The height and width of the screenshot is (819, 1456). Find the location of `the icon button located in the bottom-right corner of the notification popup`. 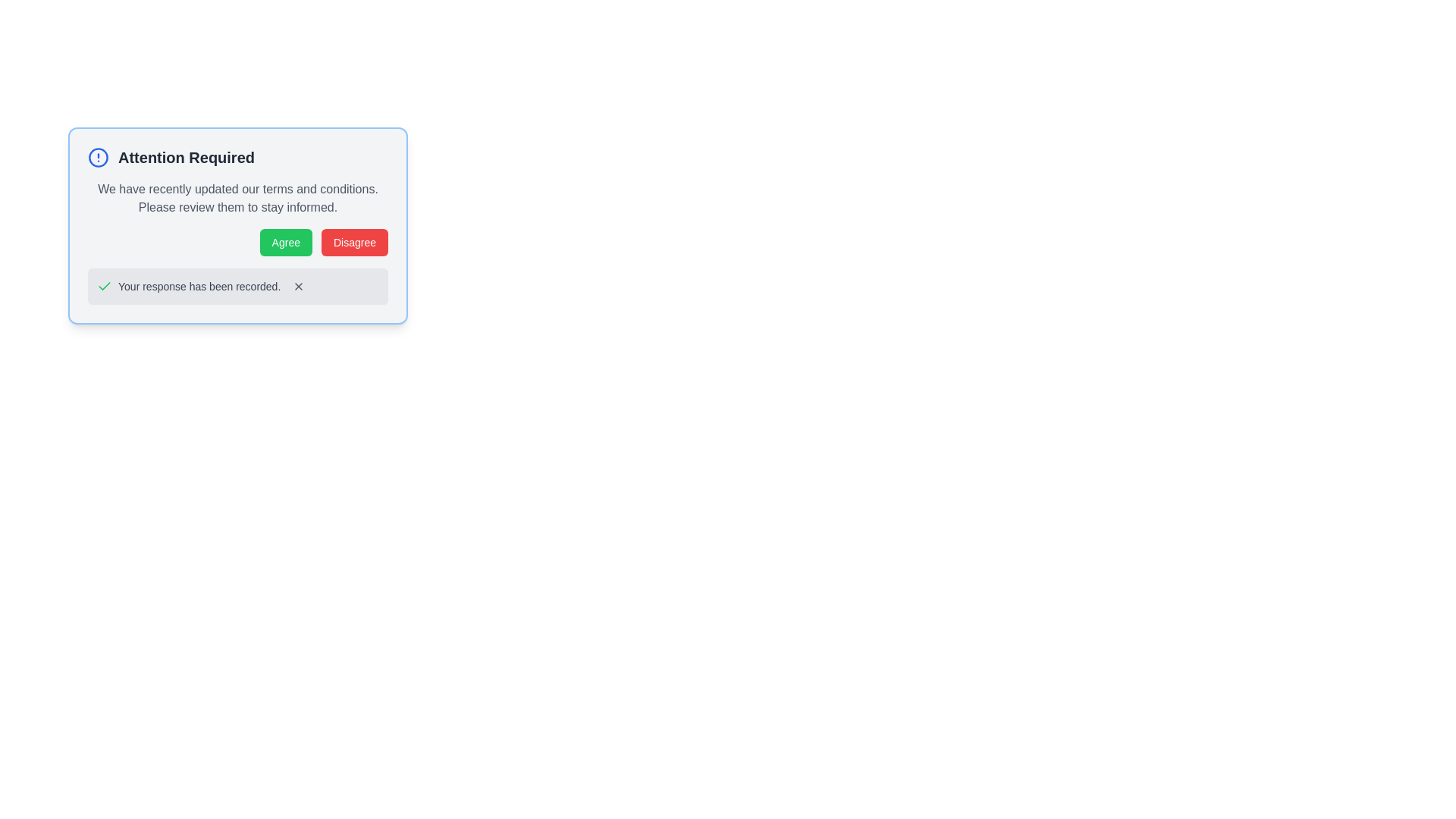

the icon button located in the bottom-right corner of the notification popup is located at coordinates (299, 287).